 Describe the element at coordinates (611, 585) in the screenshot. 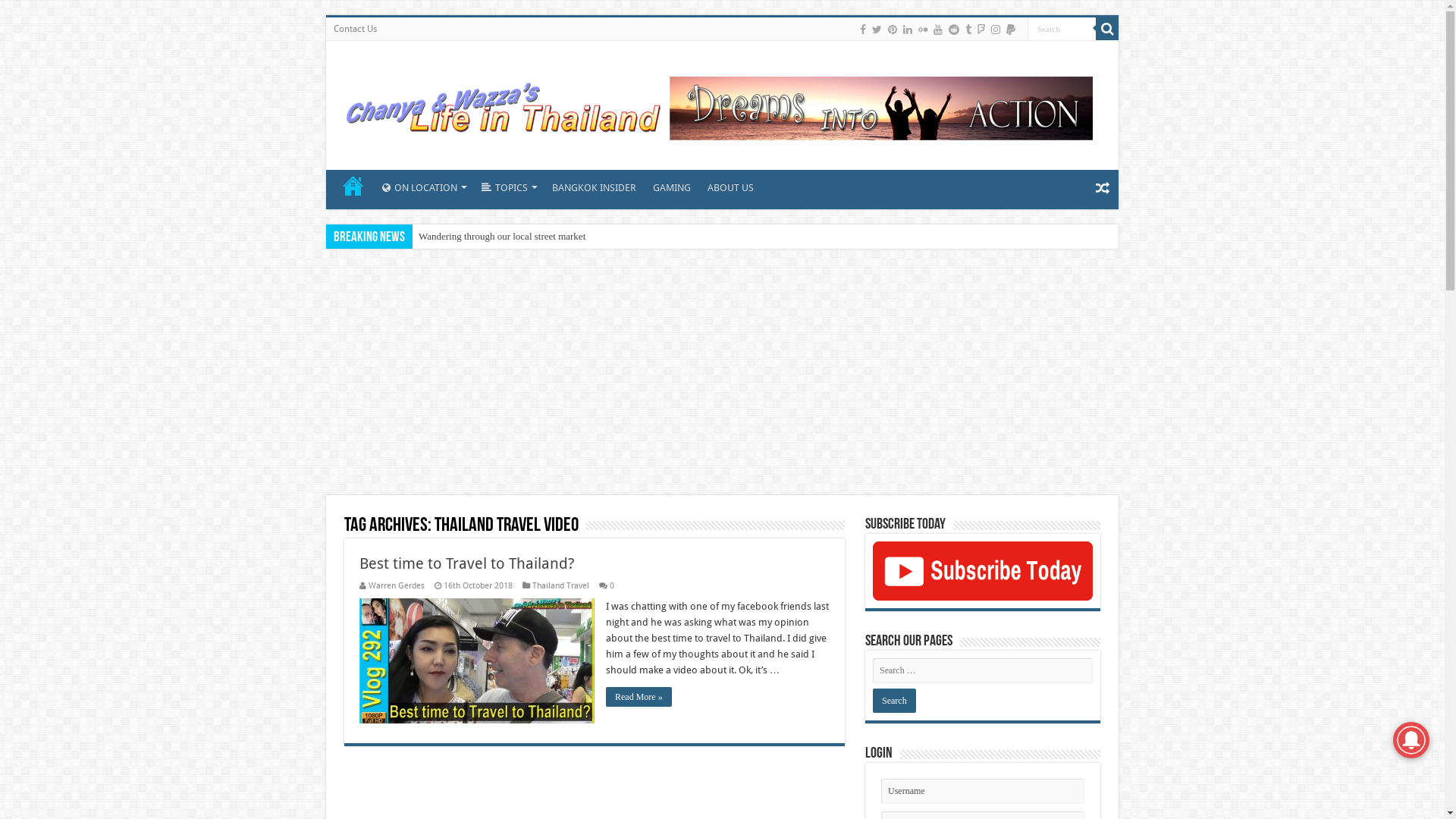

I see `'0'` at that location.